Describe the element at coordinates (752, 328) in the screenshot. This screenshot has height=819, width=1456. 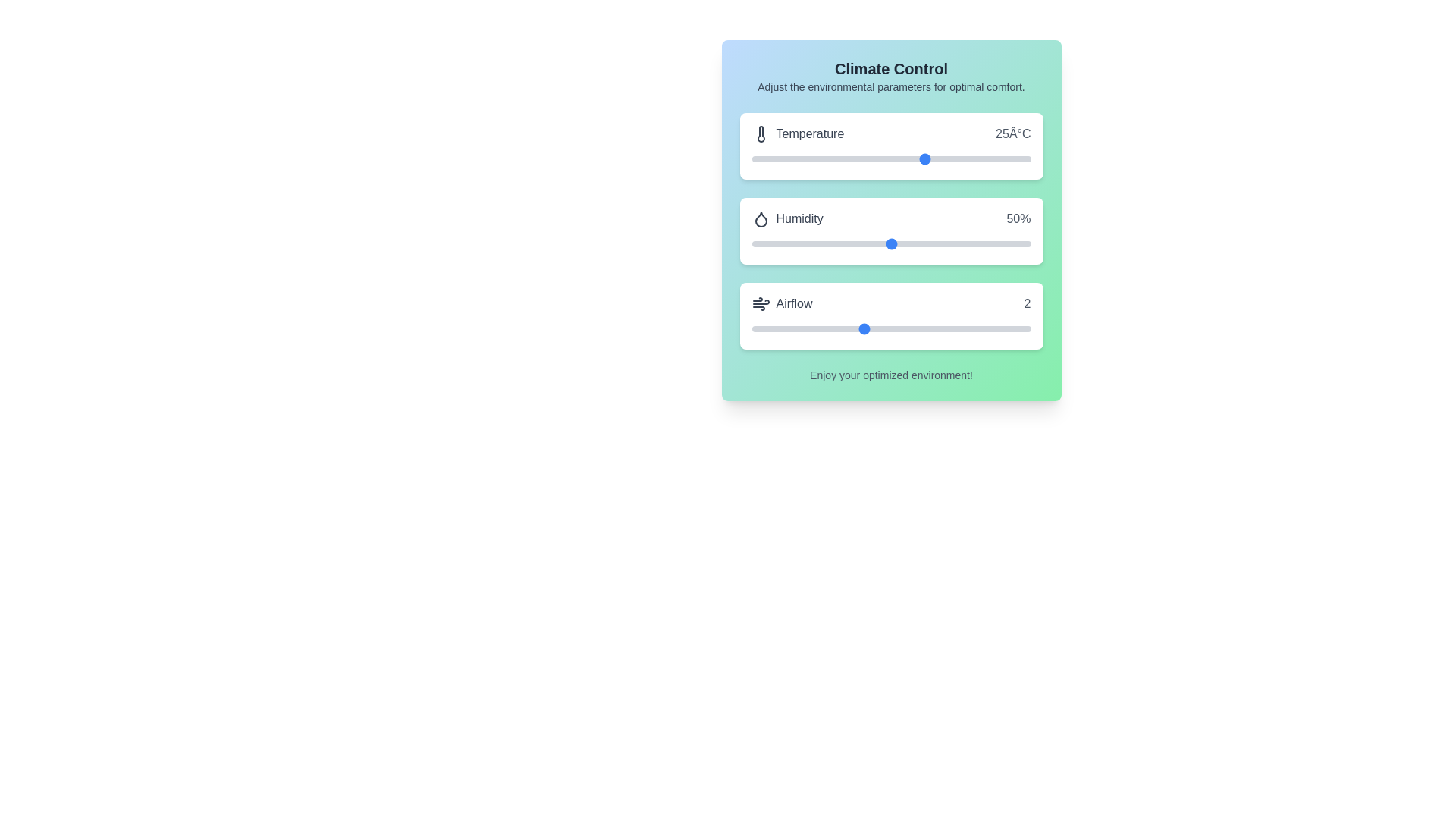
I see `the Airflow slider to 0` at that location.